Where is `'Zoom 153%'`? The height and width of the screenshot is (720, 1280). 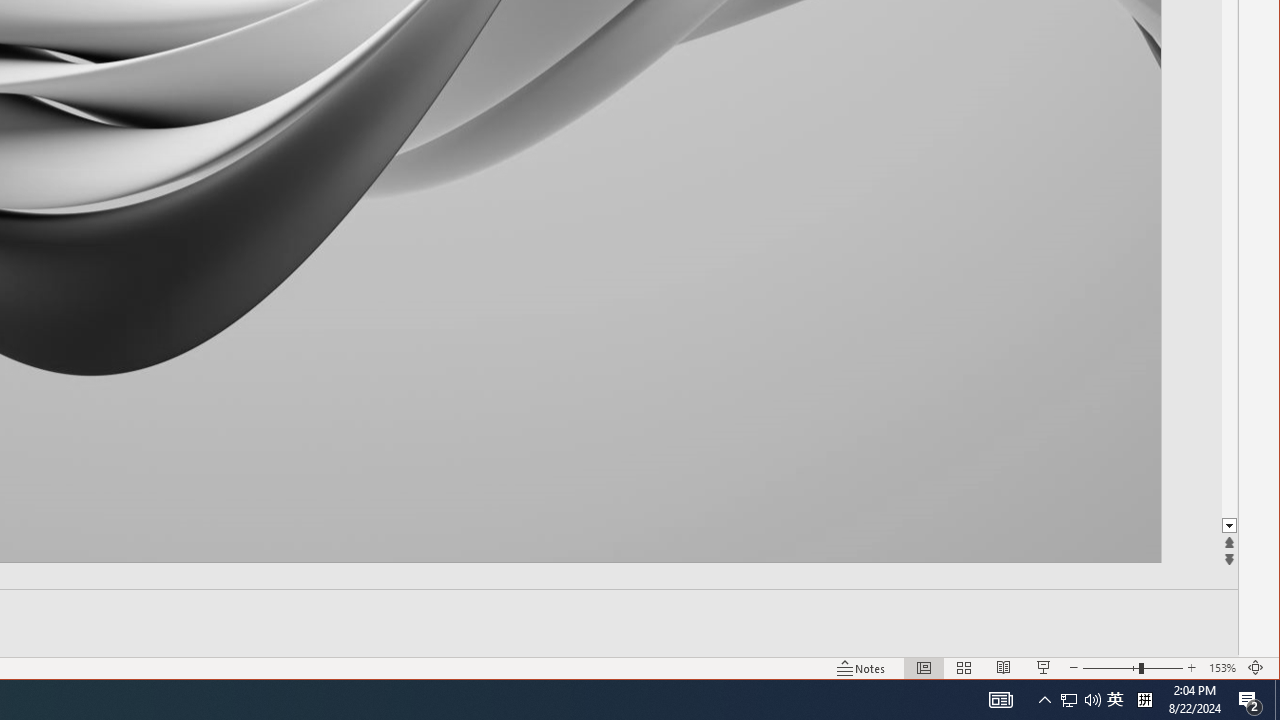
'Zoom 153%' is located at coordinates (1221, 668).